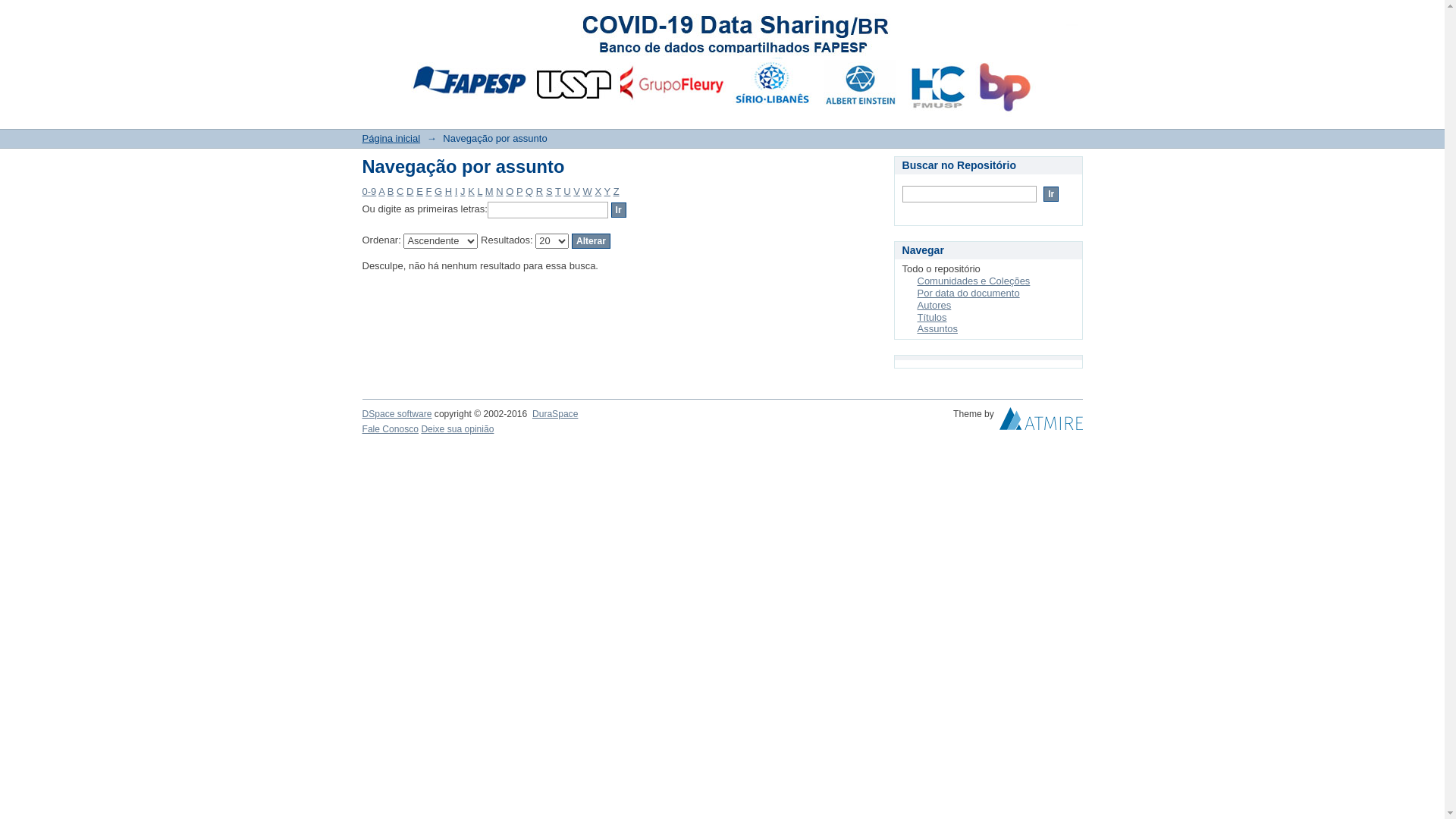 This screenshot has width=1456, height=819. Describe the element at coordinates (400, 190) in the screenshot. I see `'C'` at that location.